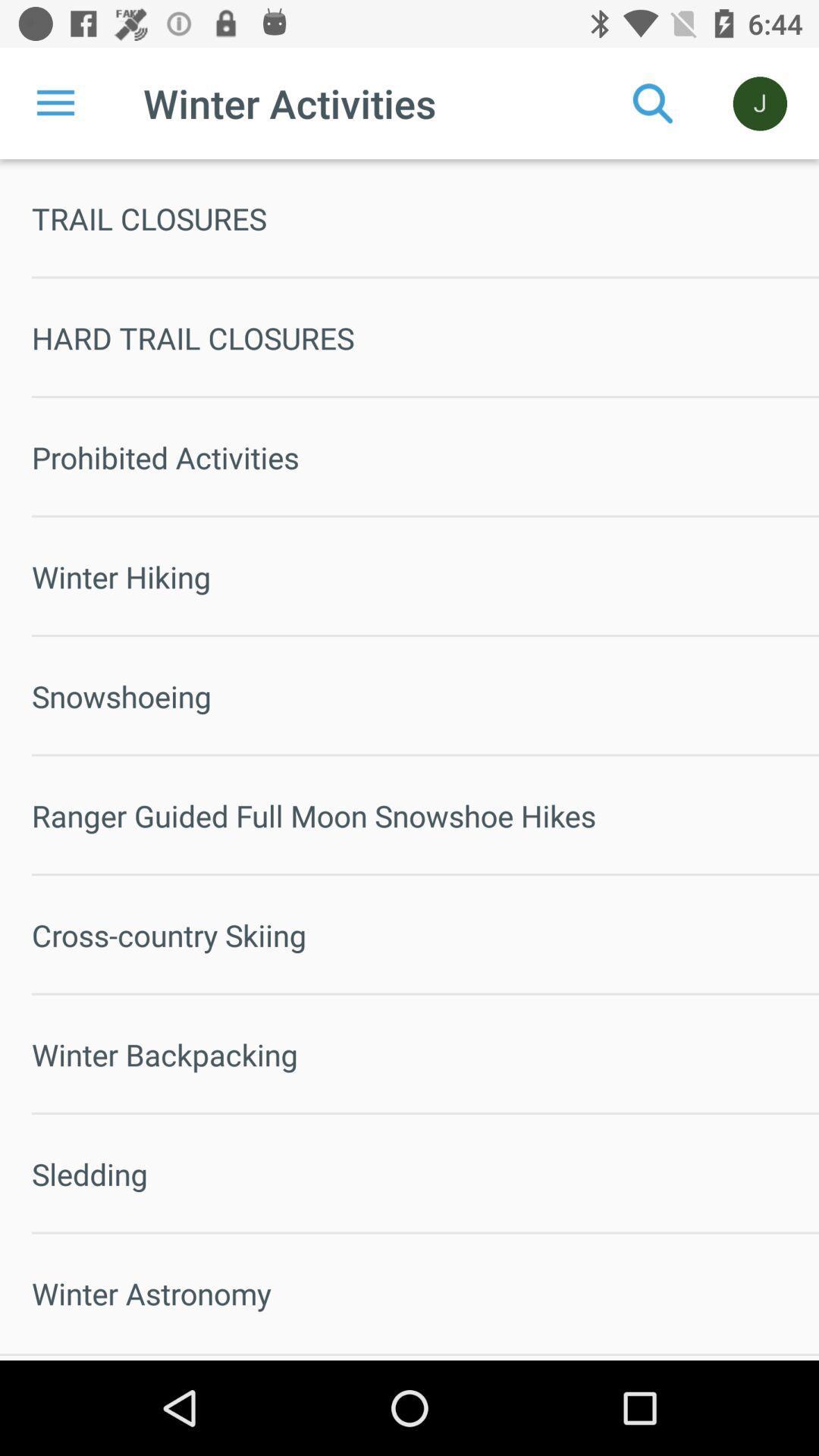 This screenshot has height=1456, width=819. I want to click on the sledding item, so click(425, 1173).